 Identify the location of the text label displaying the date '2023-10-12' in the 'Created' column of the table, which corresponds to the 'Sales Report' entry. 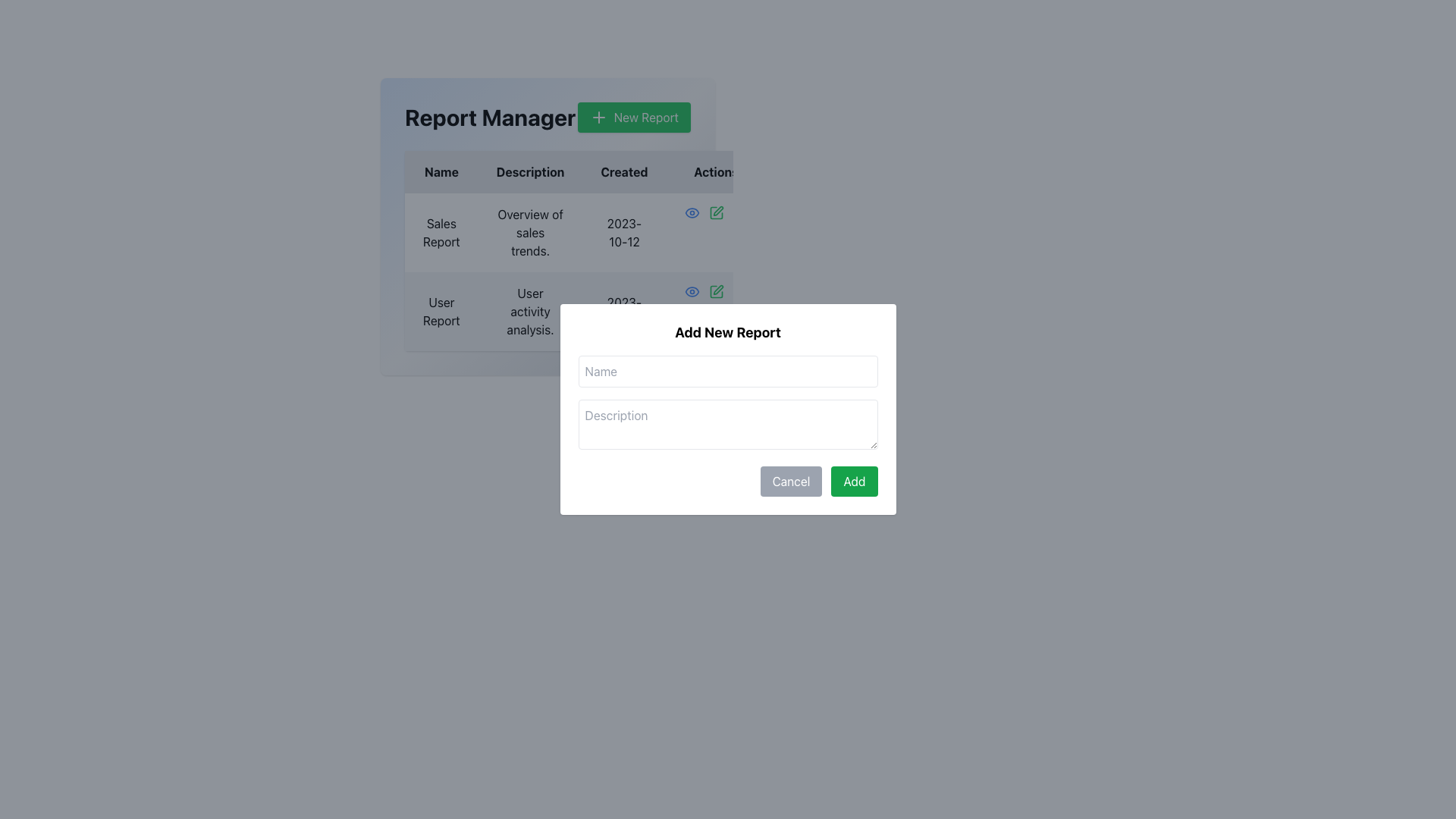
(624, 233).